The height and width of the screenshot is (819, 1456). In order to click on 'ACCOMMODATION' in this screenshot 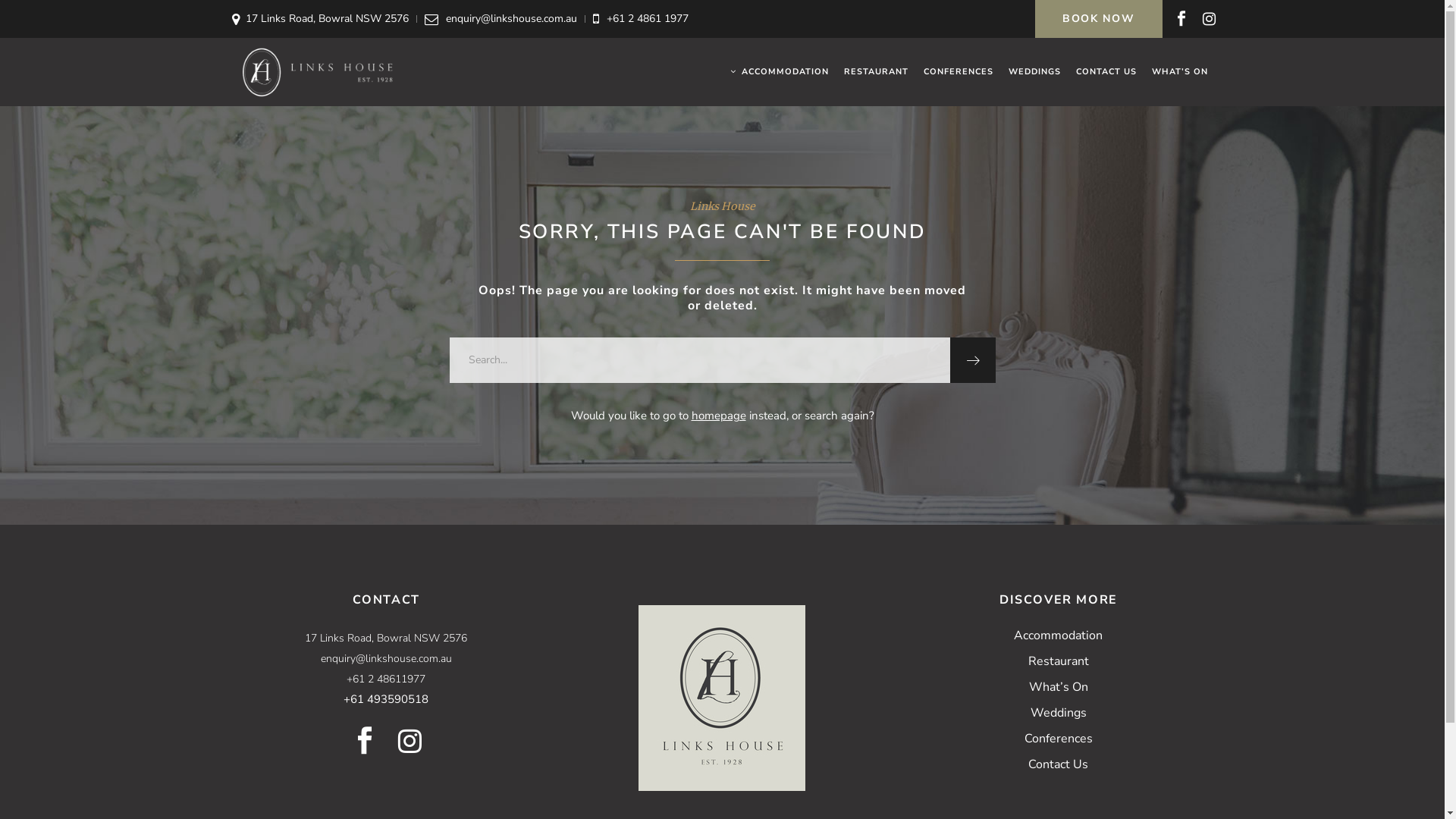, I will do `click(779, 72)`.